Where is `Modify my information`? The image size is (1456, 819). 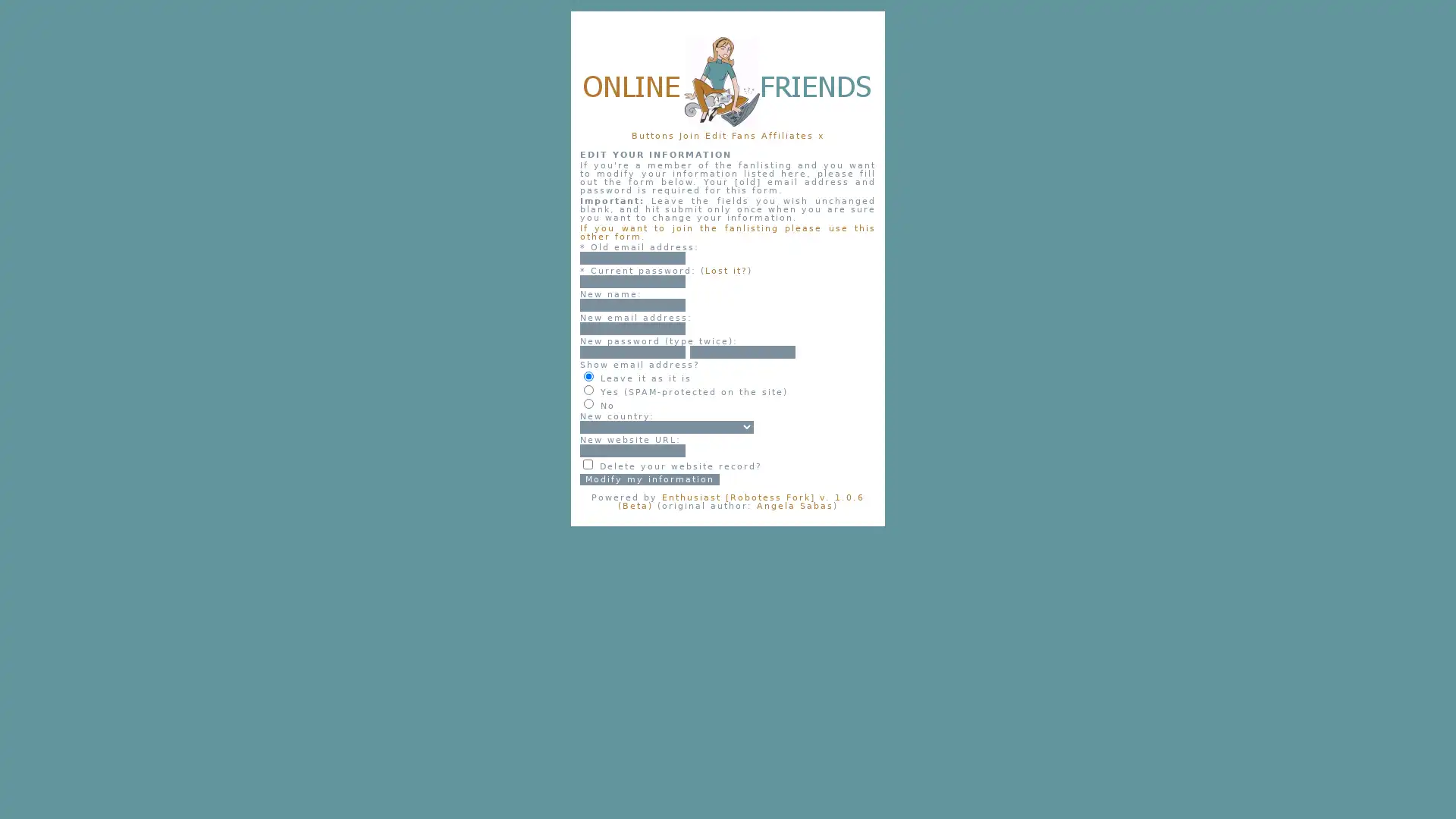
Modify my information is located at coordinates (650, 479).